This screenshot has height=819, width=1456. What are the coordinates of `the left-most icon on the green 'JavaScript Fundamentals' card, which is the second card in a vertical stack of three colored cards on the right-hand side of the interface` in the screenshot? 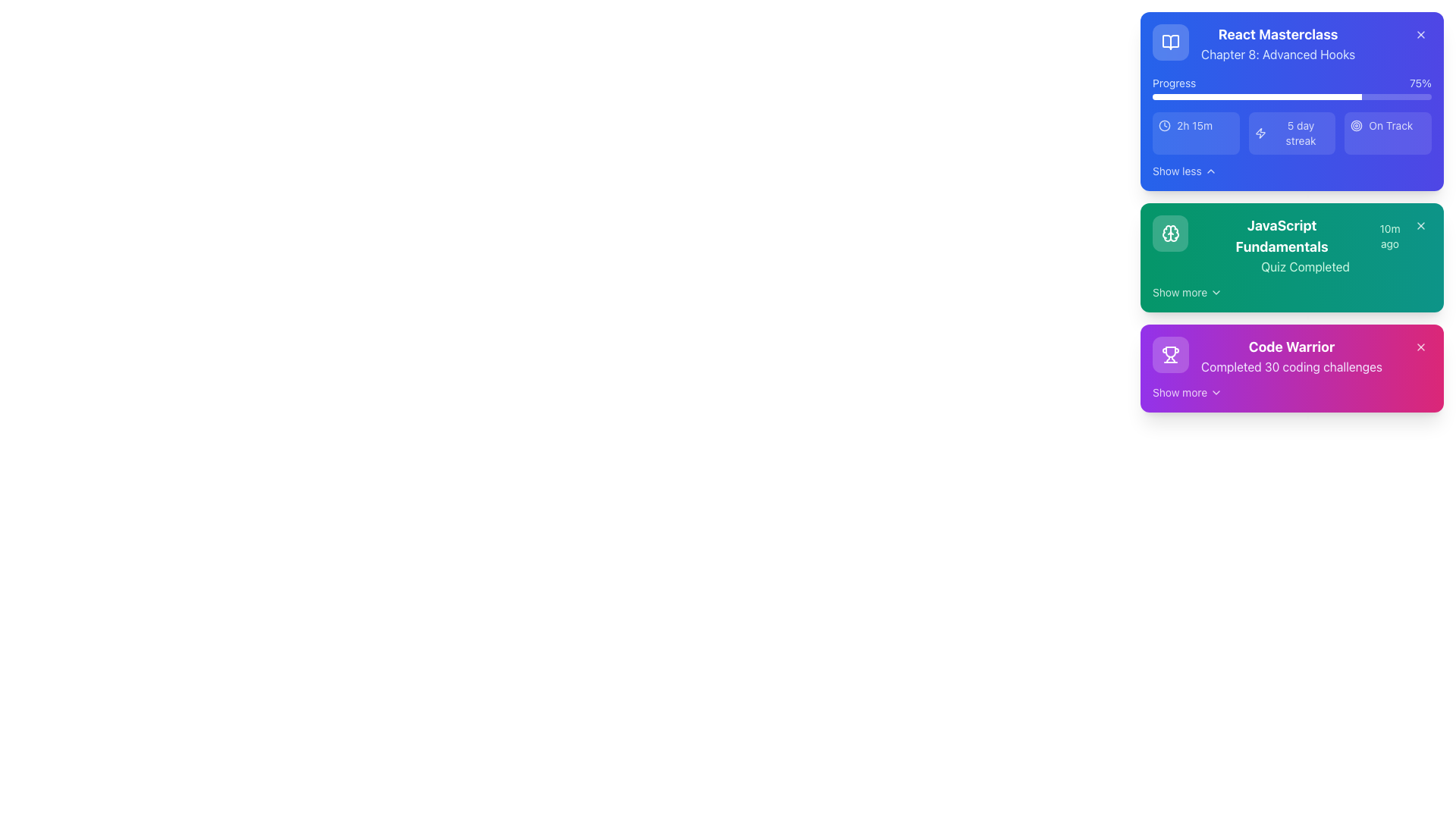 It's located at (1169, 234).